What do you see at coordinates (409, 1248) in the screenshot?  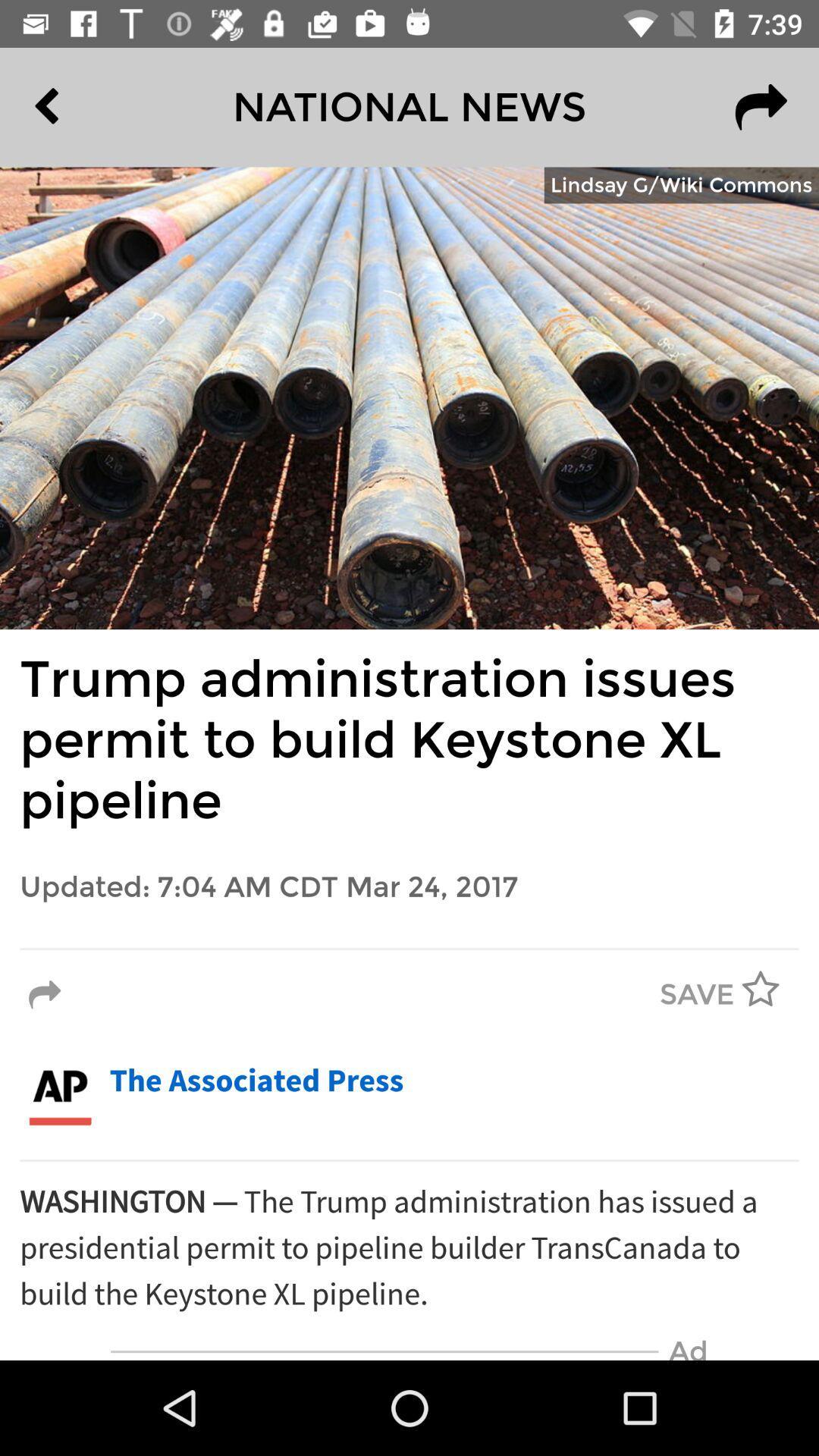 I see `item above ad` at bounding box center [409, 1248].